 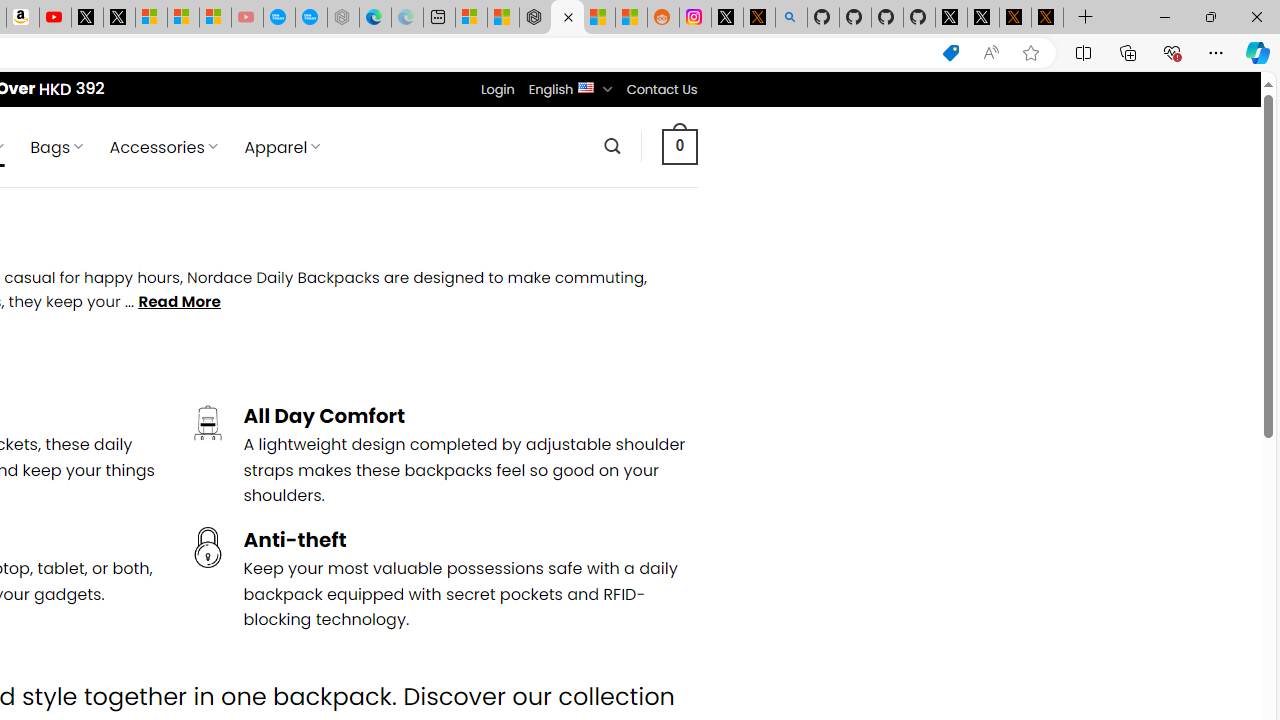 What do you see at coordinates (278, 17) in the screenshot?
I see `'Opinion: Op-Ed and Commentary - USA TODAY'` at bounding box center [278, 17].